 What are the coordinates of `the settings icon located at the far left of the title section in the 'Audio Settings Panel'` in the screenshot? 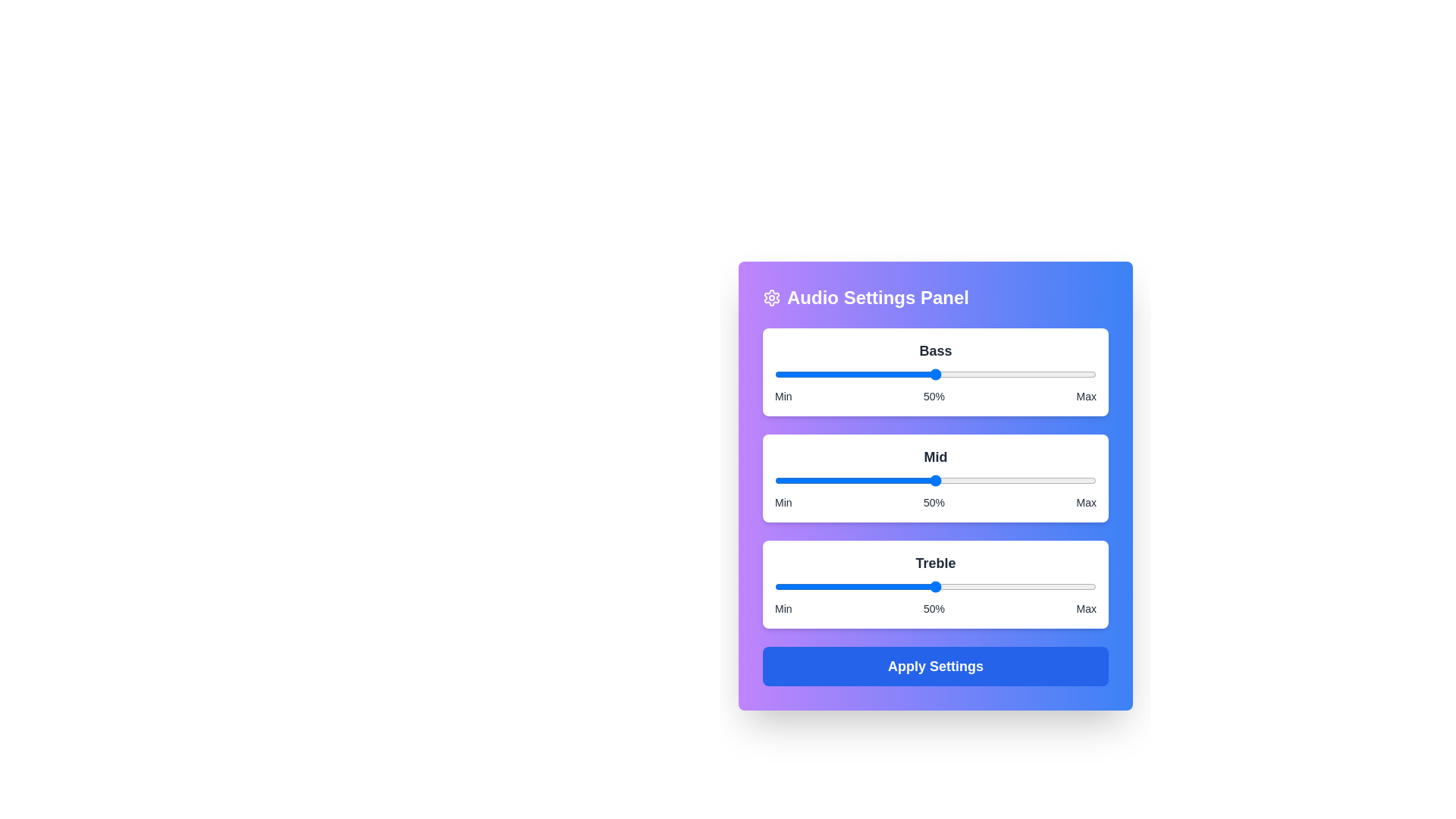 It's located at (771, 298).